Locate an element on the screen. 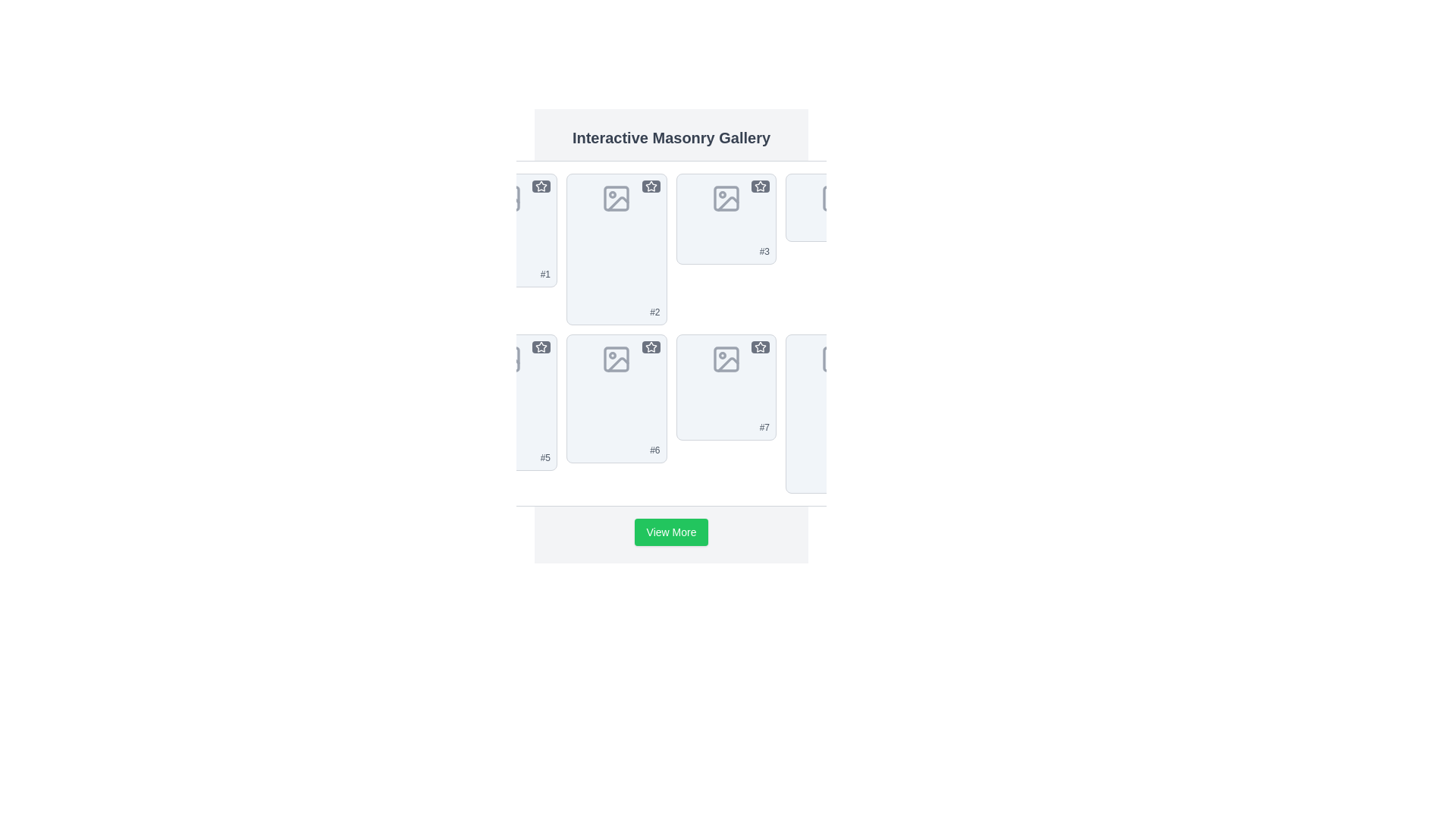 The height and width of the screenshot is (819, 1456). the icon button or indicator in the upper-left corner of the grid layout under 'Interactive Masonry Gallery' which marks the associated grid item for special attention is located at coordinates (541, 185).